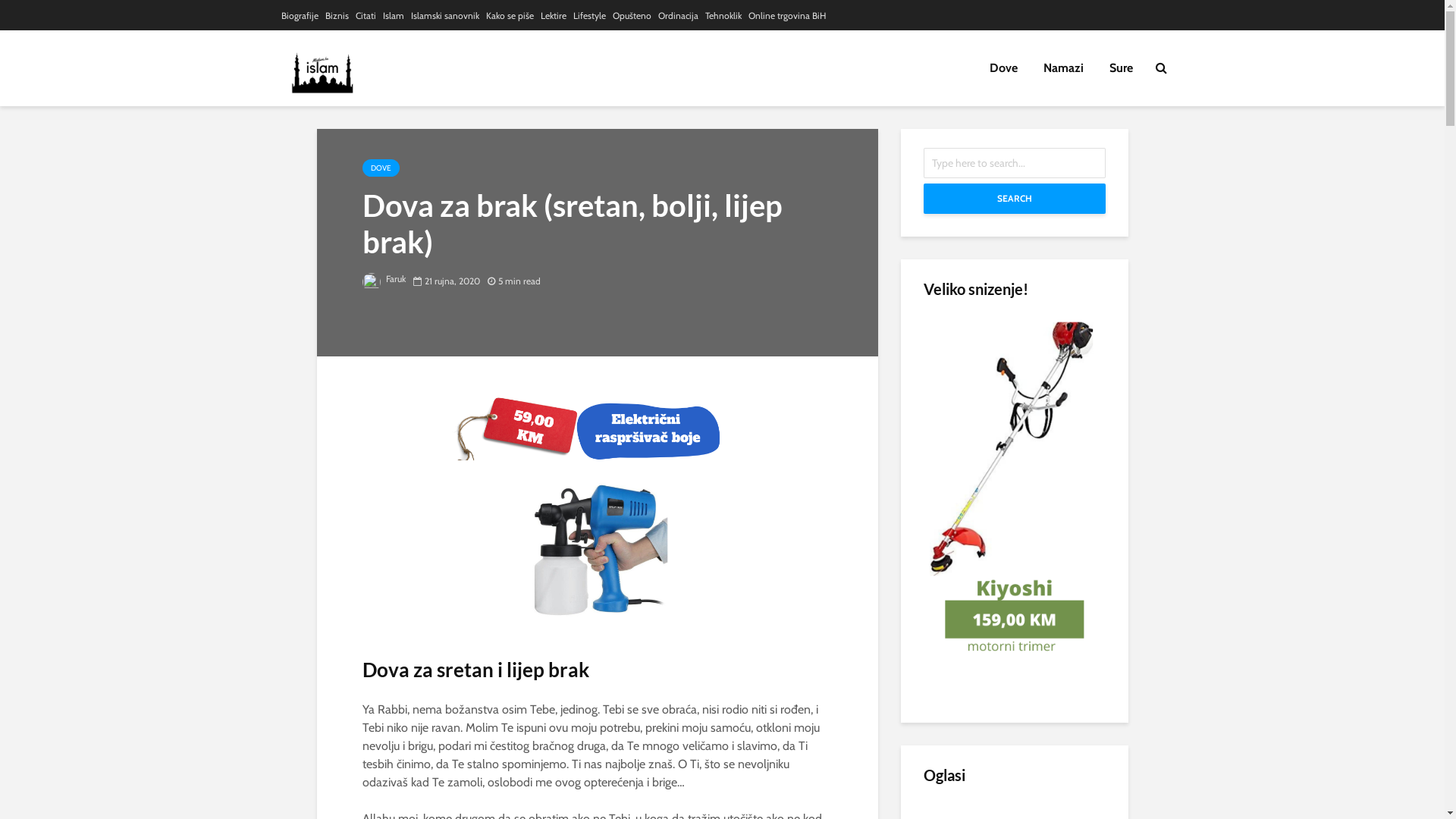 This screenshot has height=819, width=1456. Describe the element at coordinates (786, 15) in the screenshot. I see `'Online trgovina BiH'` at that location.